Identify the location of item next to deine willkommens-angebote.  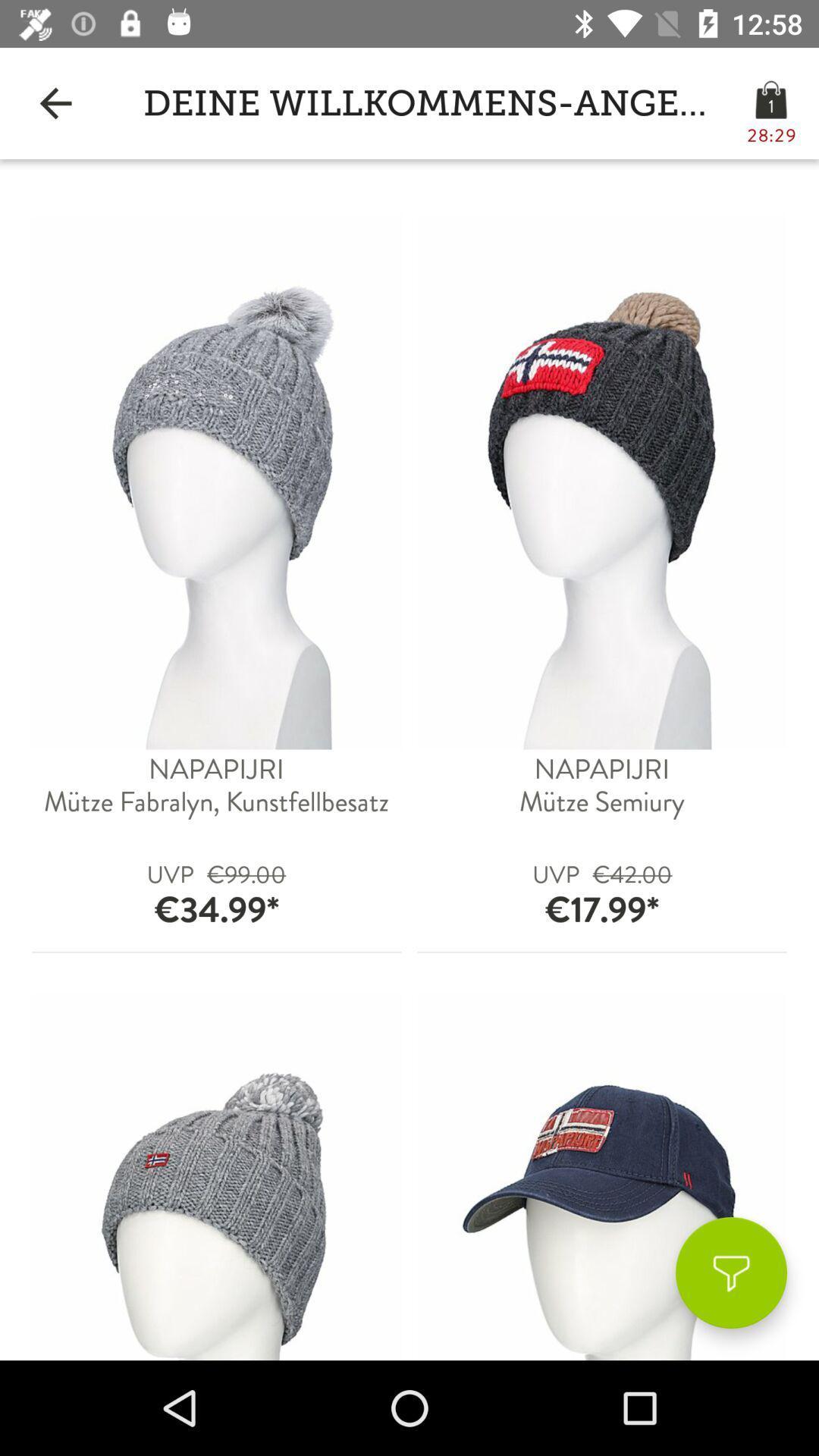
(55, 102).